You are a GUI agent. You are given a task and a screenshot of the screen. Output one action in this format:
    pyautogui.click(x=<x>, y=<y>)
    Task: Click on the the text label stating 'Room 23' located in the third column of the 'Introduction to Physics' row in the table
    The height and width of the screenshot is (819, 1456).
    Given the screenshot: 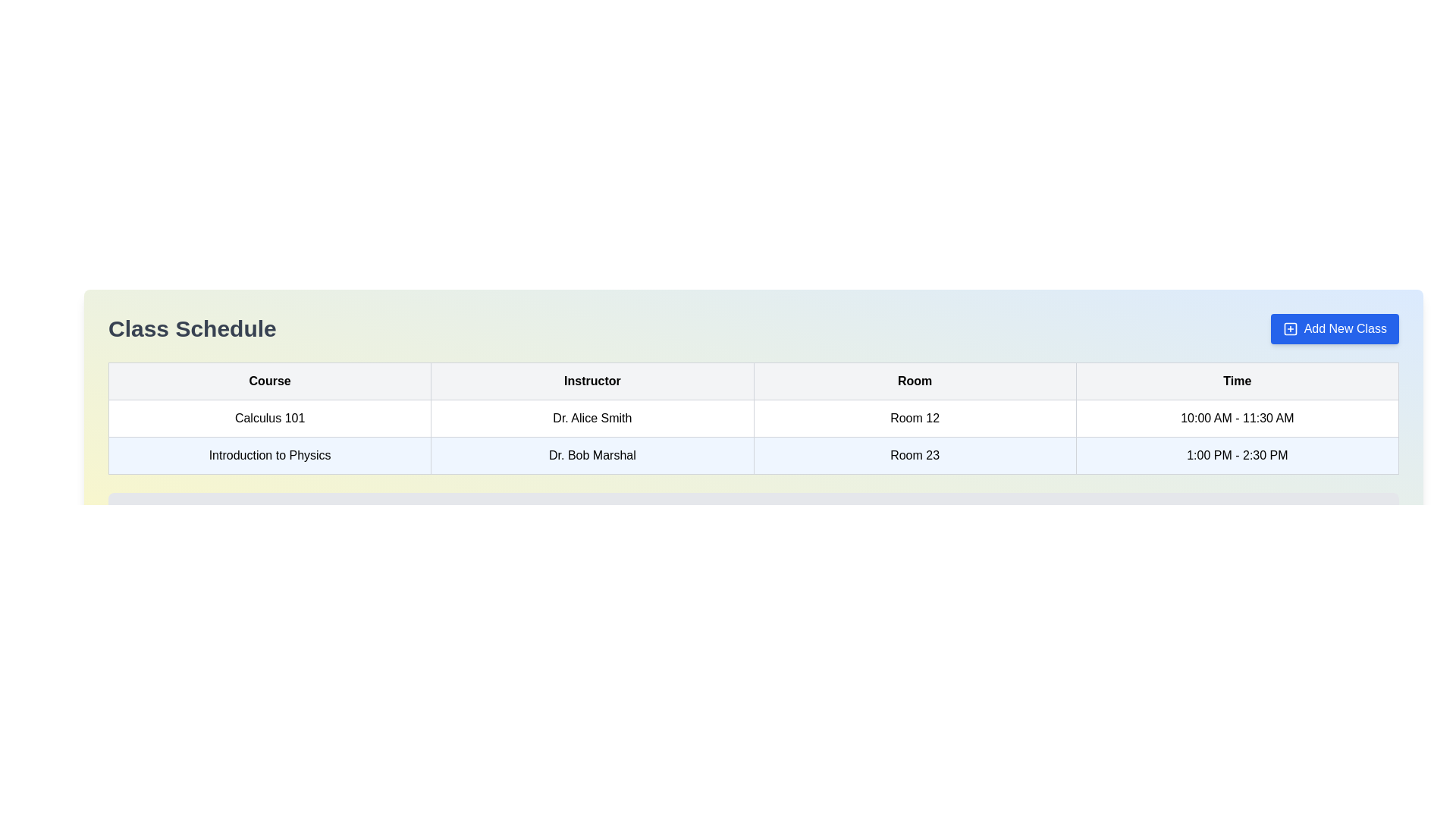 What is the action you would take?
    pyautogui.click(x=914, y=455)
    